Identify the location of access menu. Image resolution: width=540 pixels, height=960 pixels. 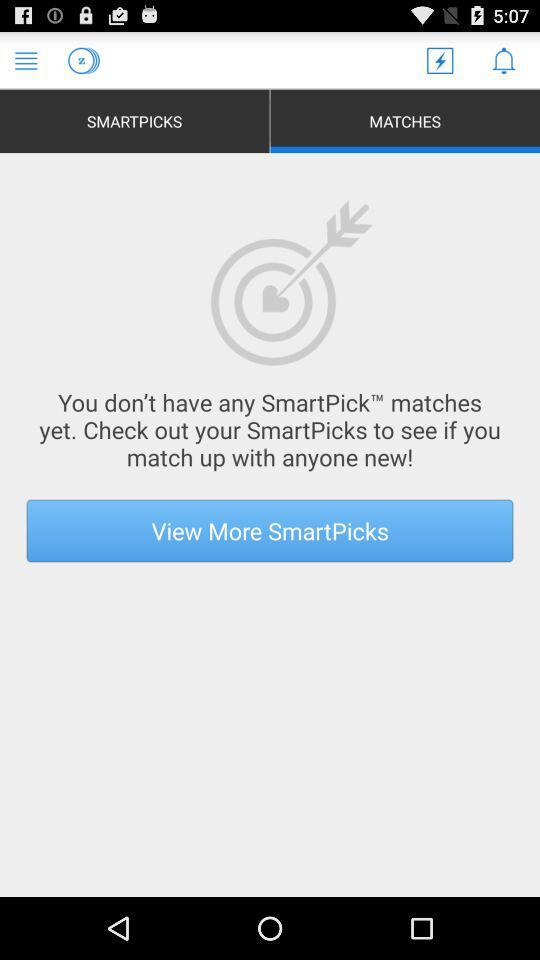
(25, 59).